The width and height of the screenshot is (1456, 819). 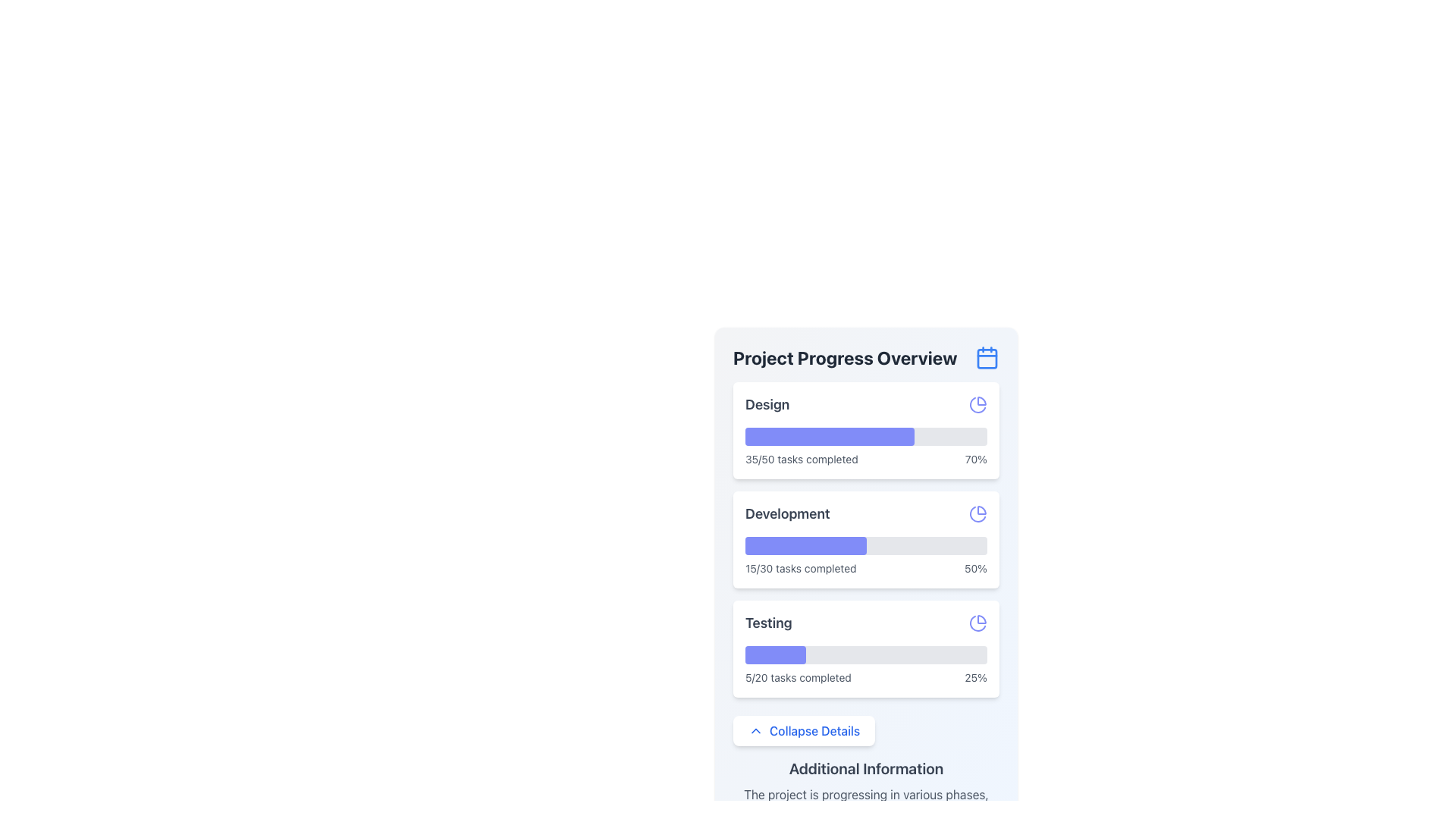 What do you see at coordinates (978, 513) in the screenshot?
I see `the decorative icon positioned to the right of the 'Development' text, which represents data visualization or progress in the 'Development' section` at bounding box center [978, 513].